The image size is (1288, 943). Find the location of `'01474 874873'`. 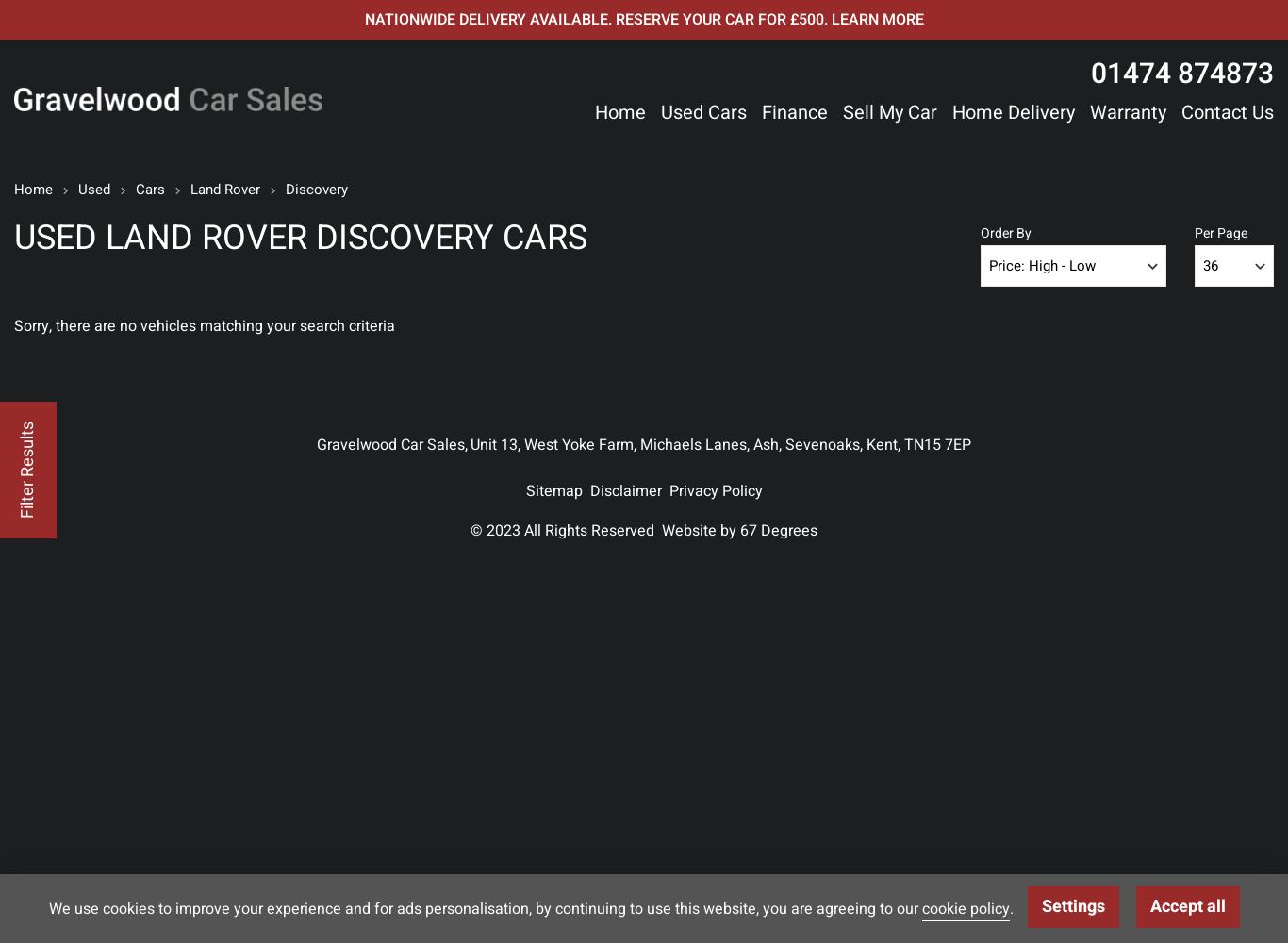

'01474 874873' is located at coordinates (1181, 74).